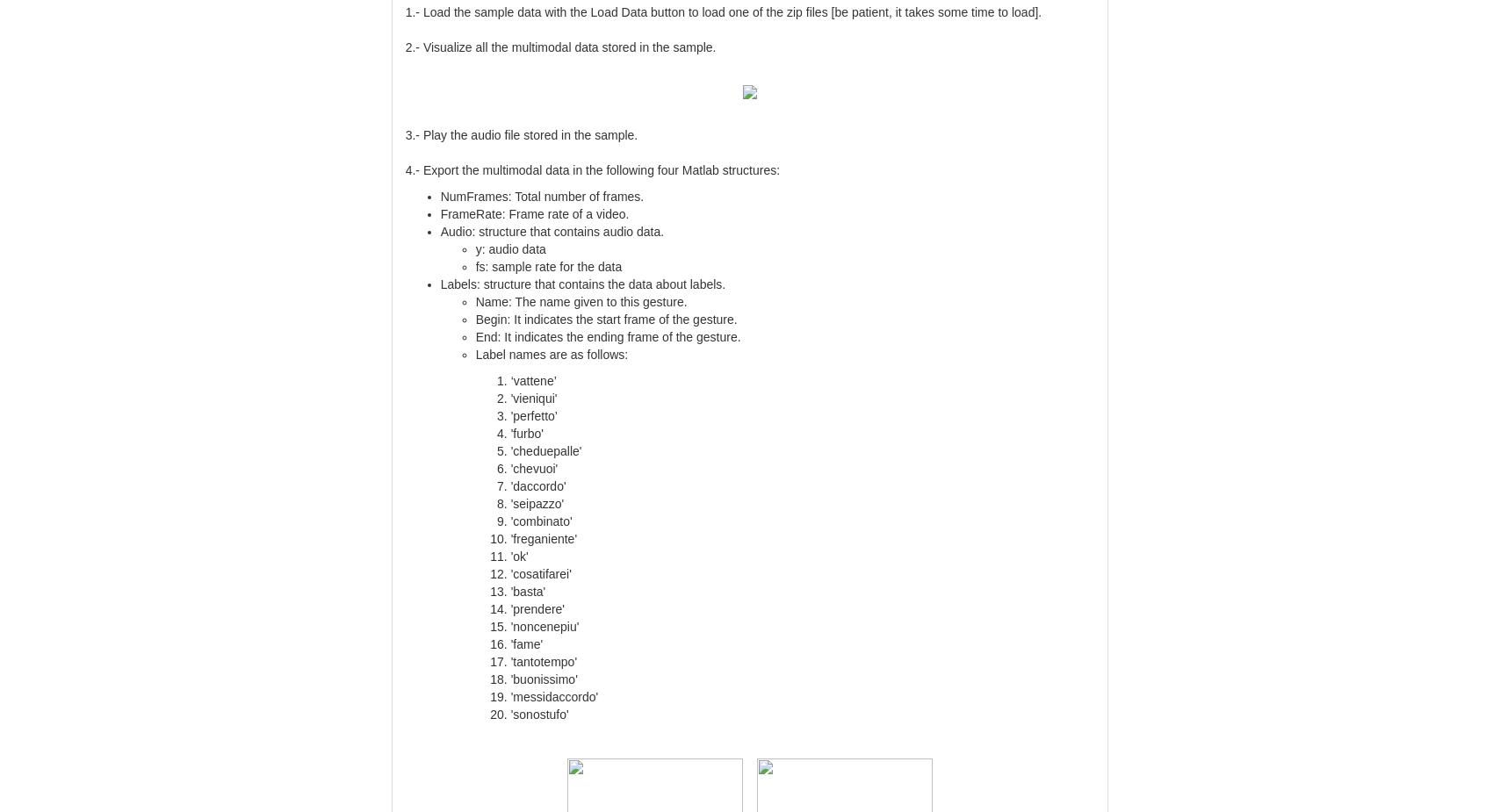  Describe the element at coordinates (723, 11) in the screenshot. I see `'1.- Load the sample data with the Load Data button to load one of the zip files [be patient, it takes some time to load].'` at that location.